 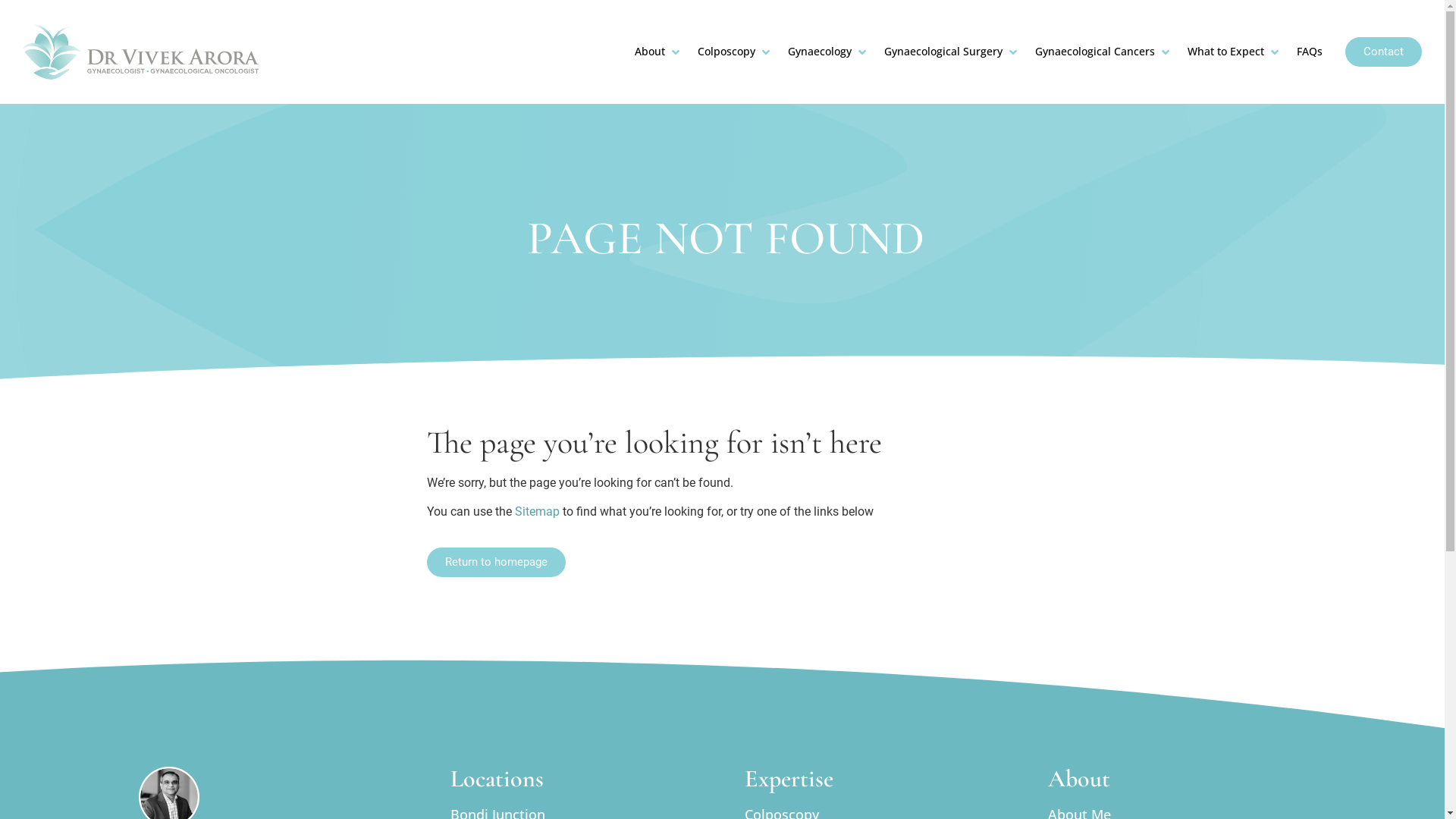 I want to click on 'What to Expect', so click(x=1225, y=51).